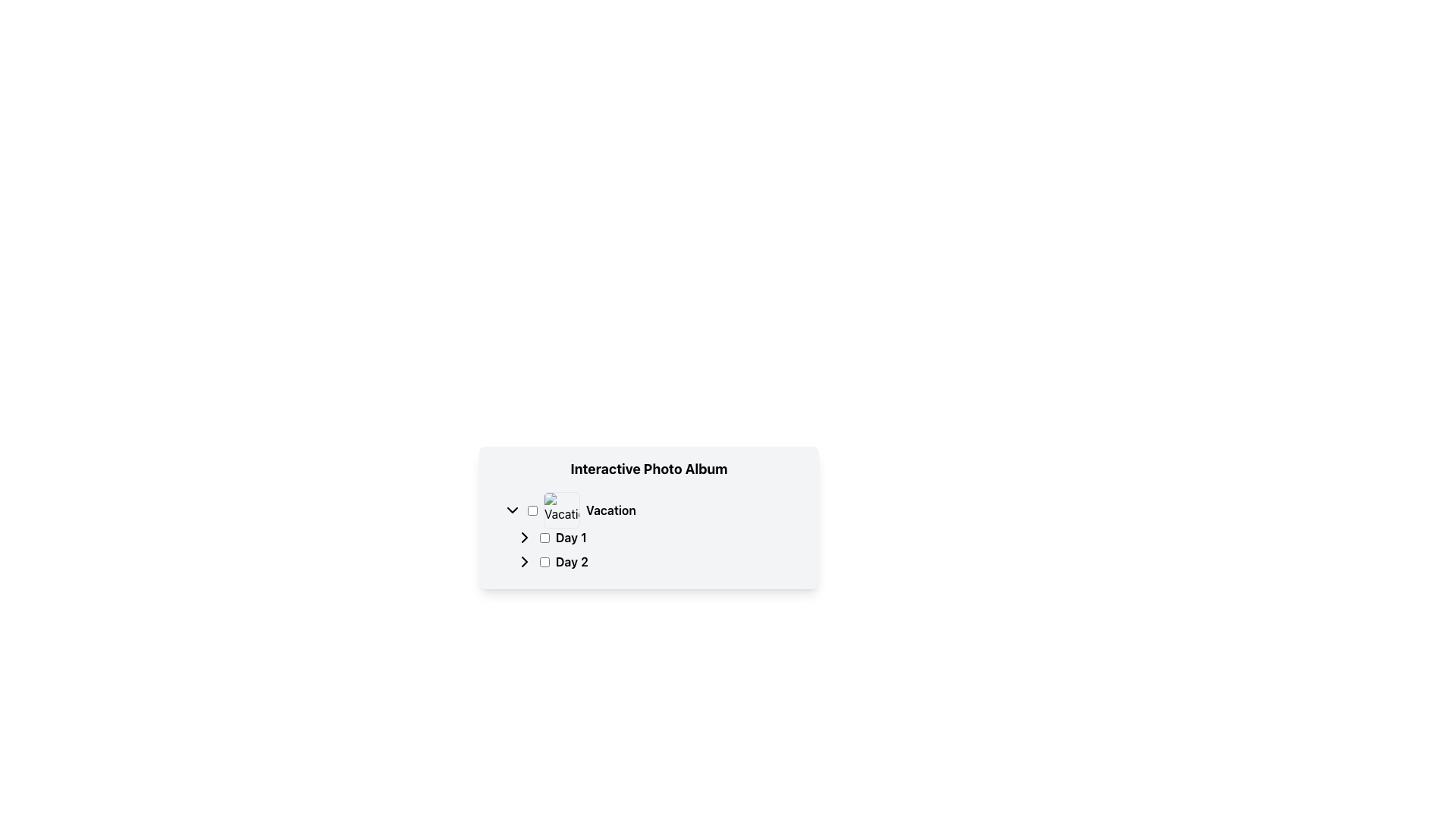  Describe the element at coordinates (544, 537) in the screenshot. I see `the checkbox` at that location.